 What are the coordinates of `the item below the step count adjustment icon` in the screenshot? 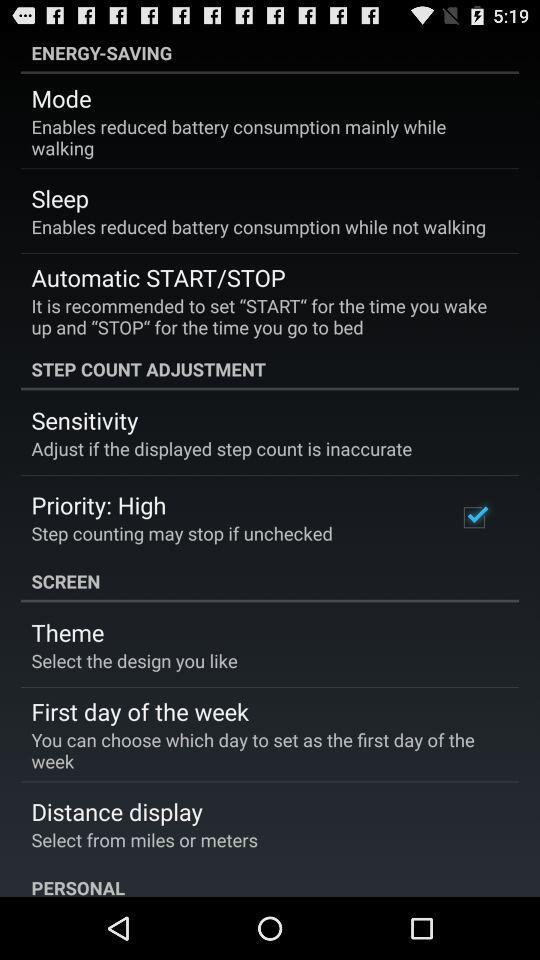 It's located at (473, 516).